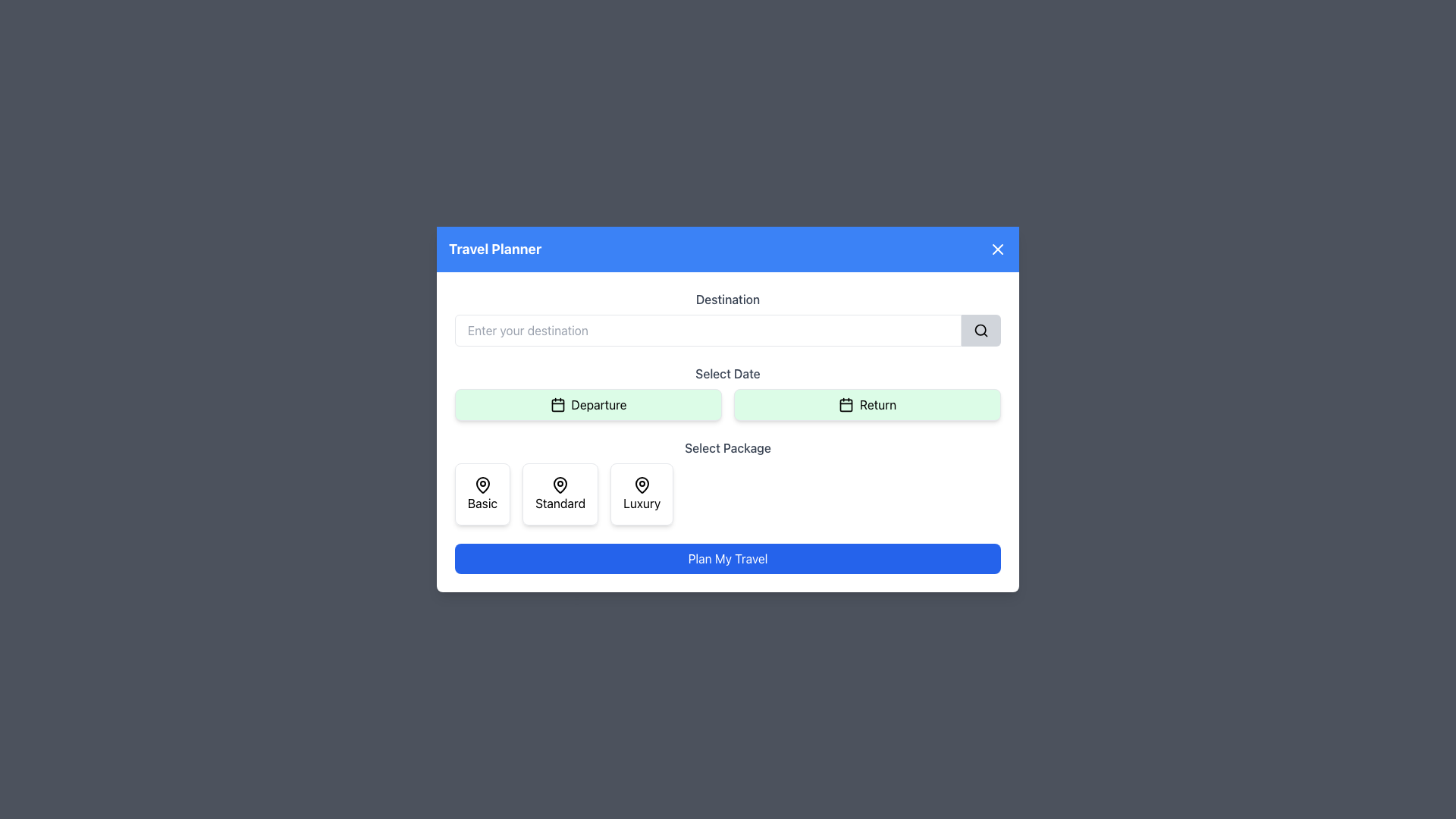 The image size is (1456, 819). I want to click on the 'Luxury' package button located in the modal dialog under the 'Select Package' section, so click(642, 494).